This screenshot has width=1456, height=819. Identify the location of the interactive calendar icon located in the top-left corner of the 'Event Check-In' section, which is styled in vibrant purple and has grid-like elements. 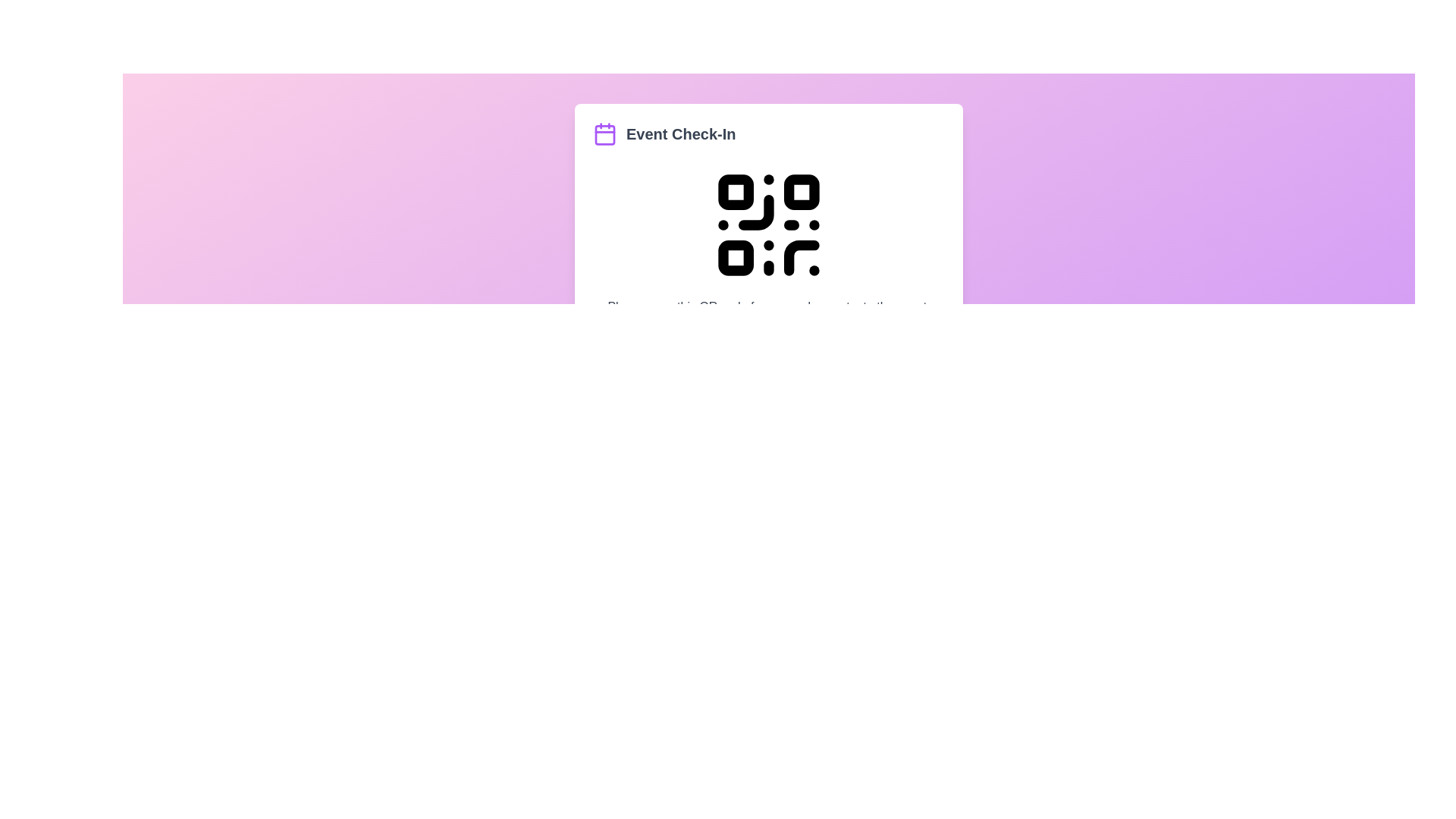
(604, 133).